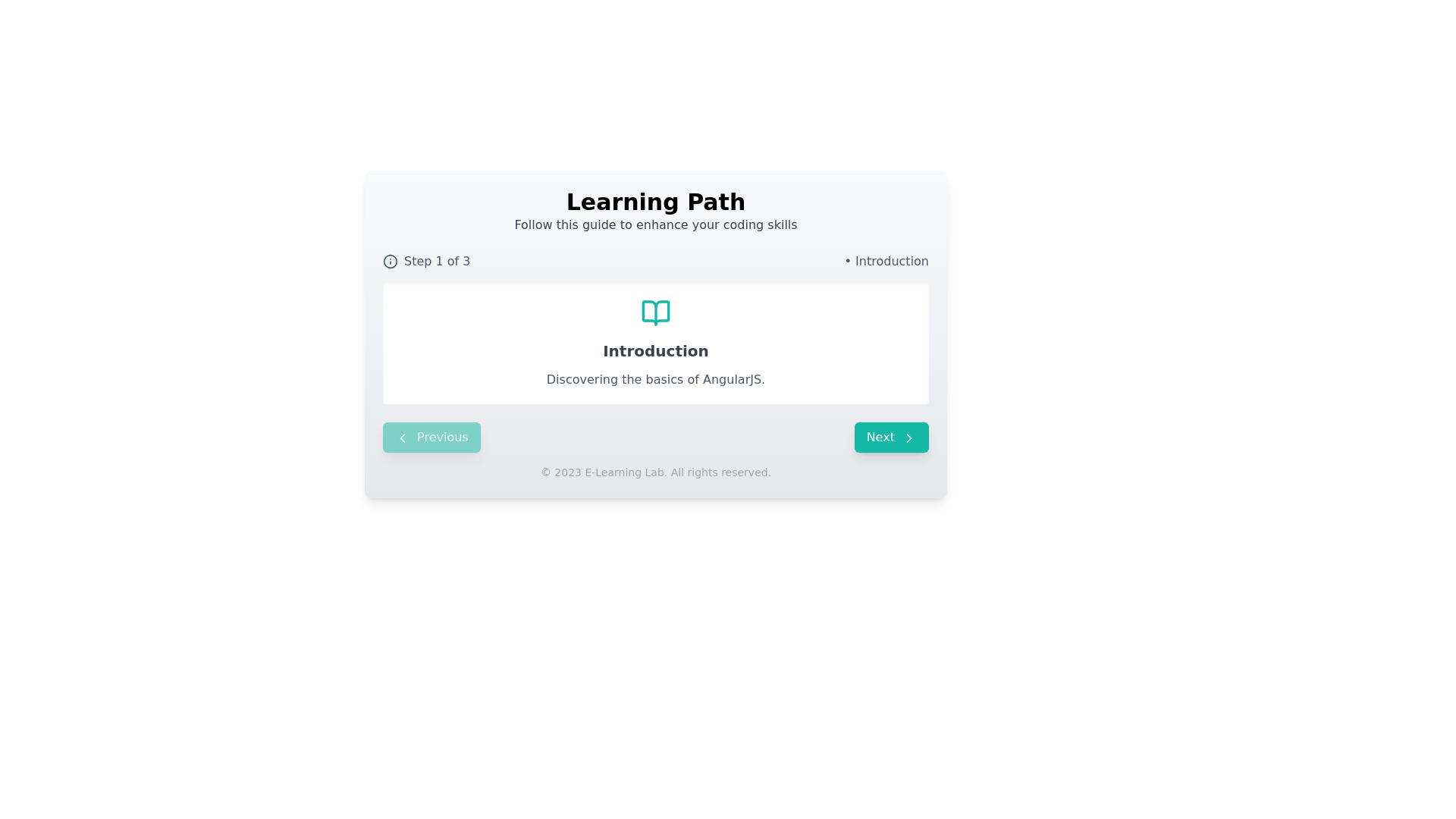 The width and height of the screenshot is (1456, 819). I want to click on the leftward arrow icon within the 'Previous' button located in the bottom-left section of the interface, so click(403, 438).